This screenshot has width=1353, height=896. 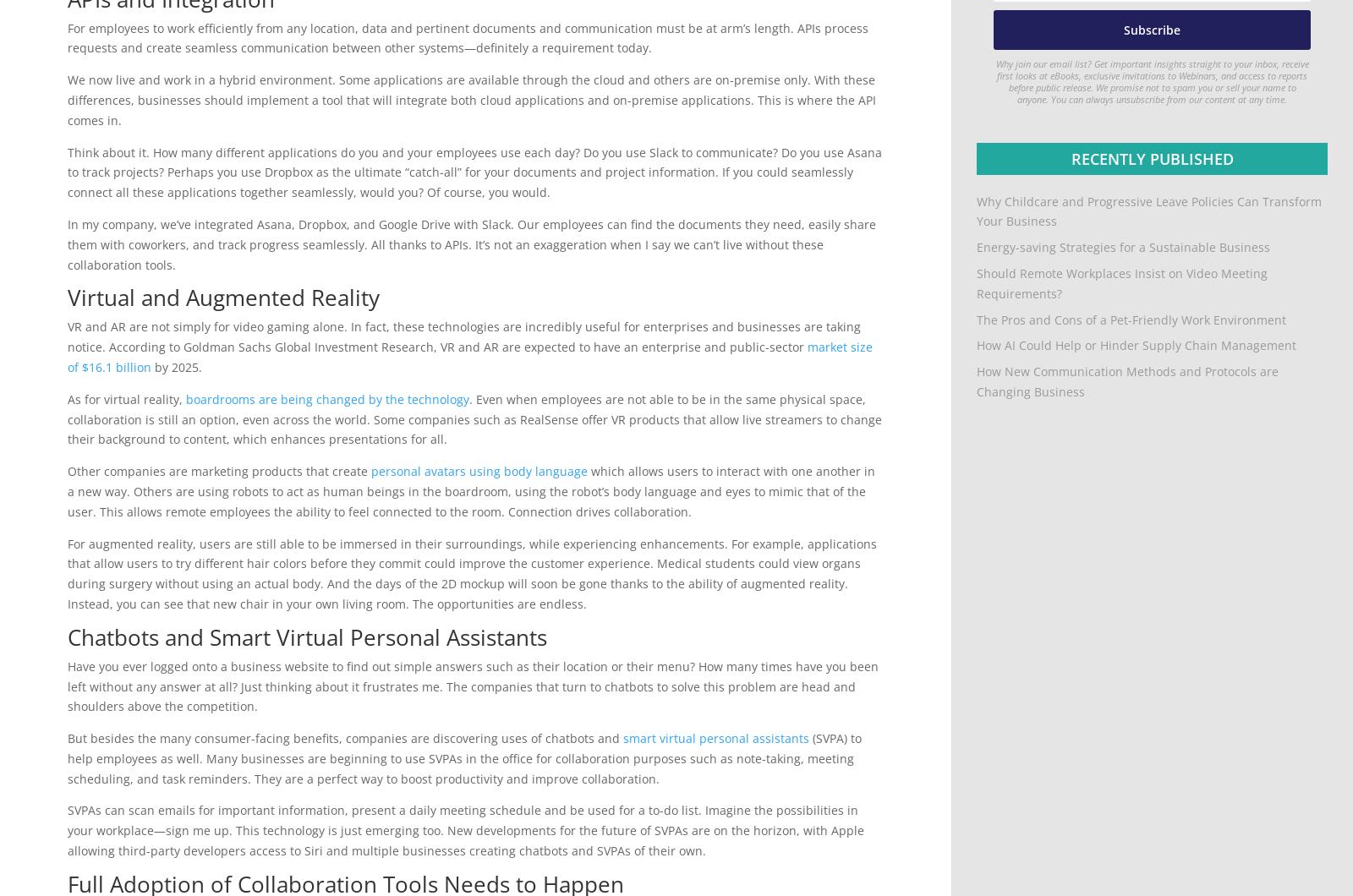 I want to click on 'Recently Published', so click(x=1151, y=156).